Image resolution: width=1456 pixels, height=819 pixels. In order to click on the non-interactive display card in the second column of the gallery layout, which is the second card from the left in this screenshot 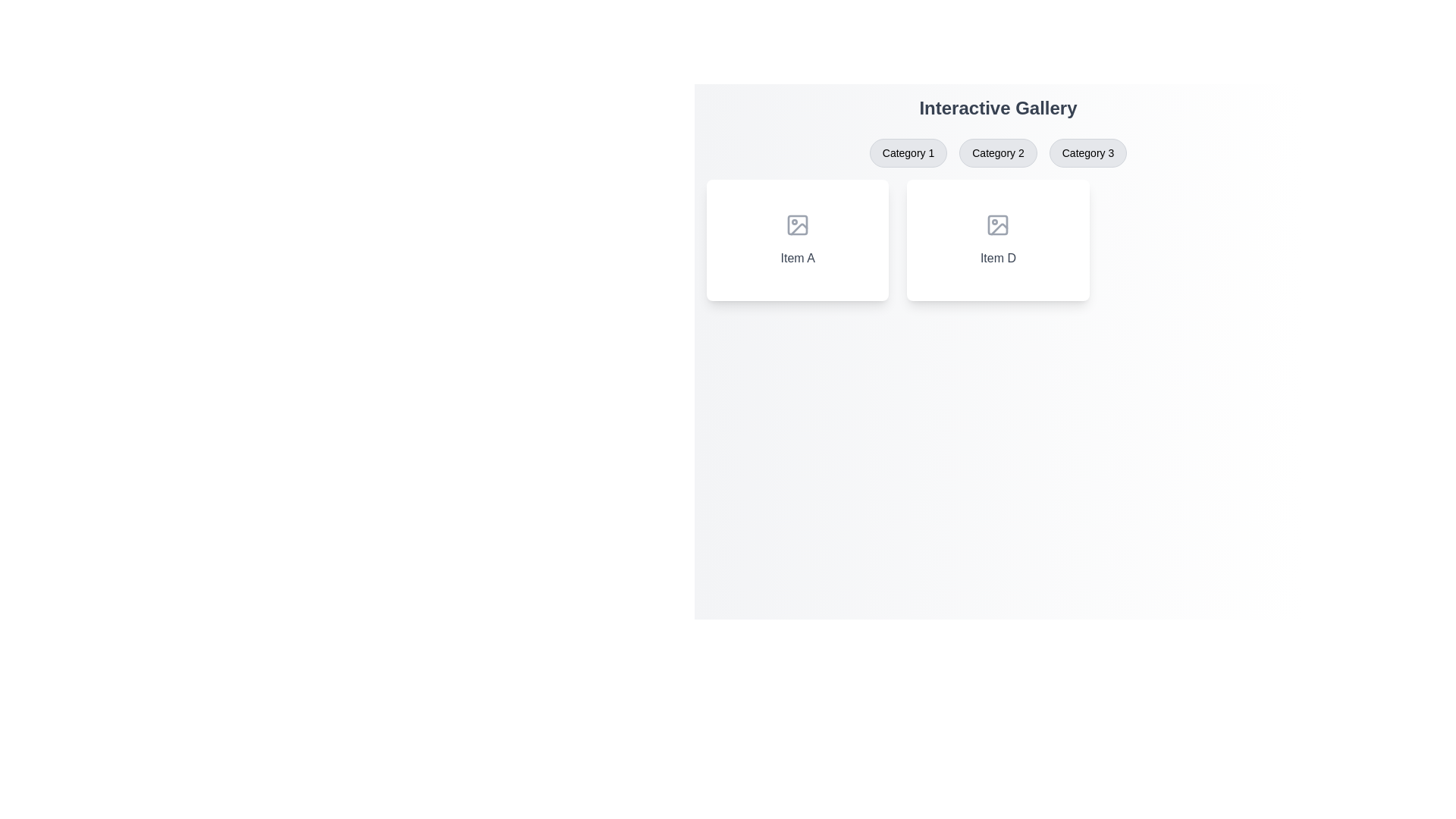, I will do `click(998, 239)`.